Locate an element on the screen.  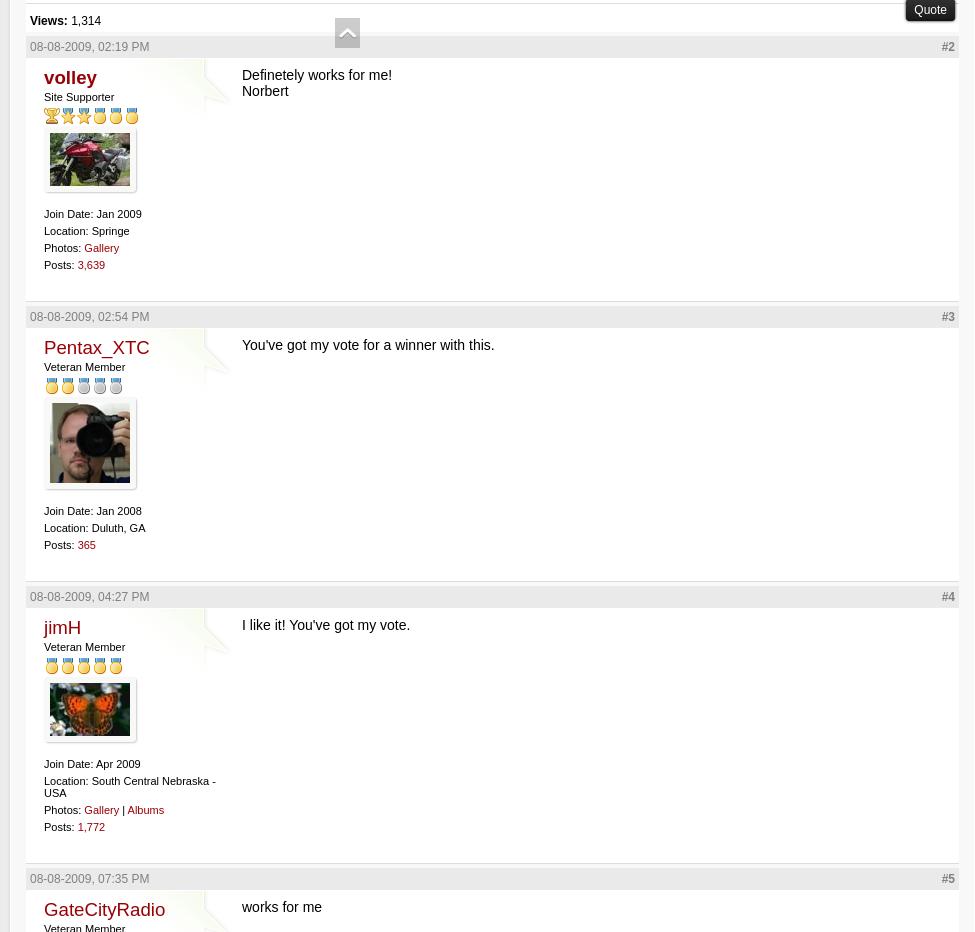
'jimH' is located at coordinates (62, 626).